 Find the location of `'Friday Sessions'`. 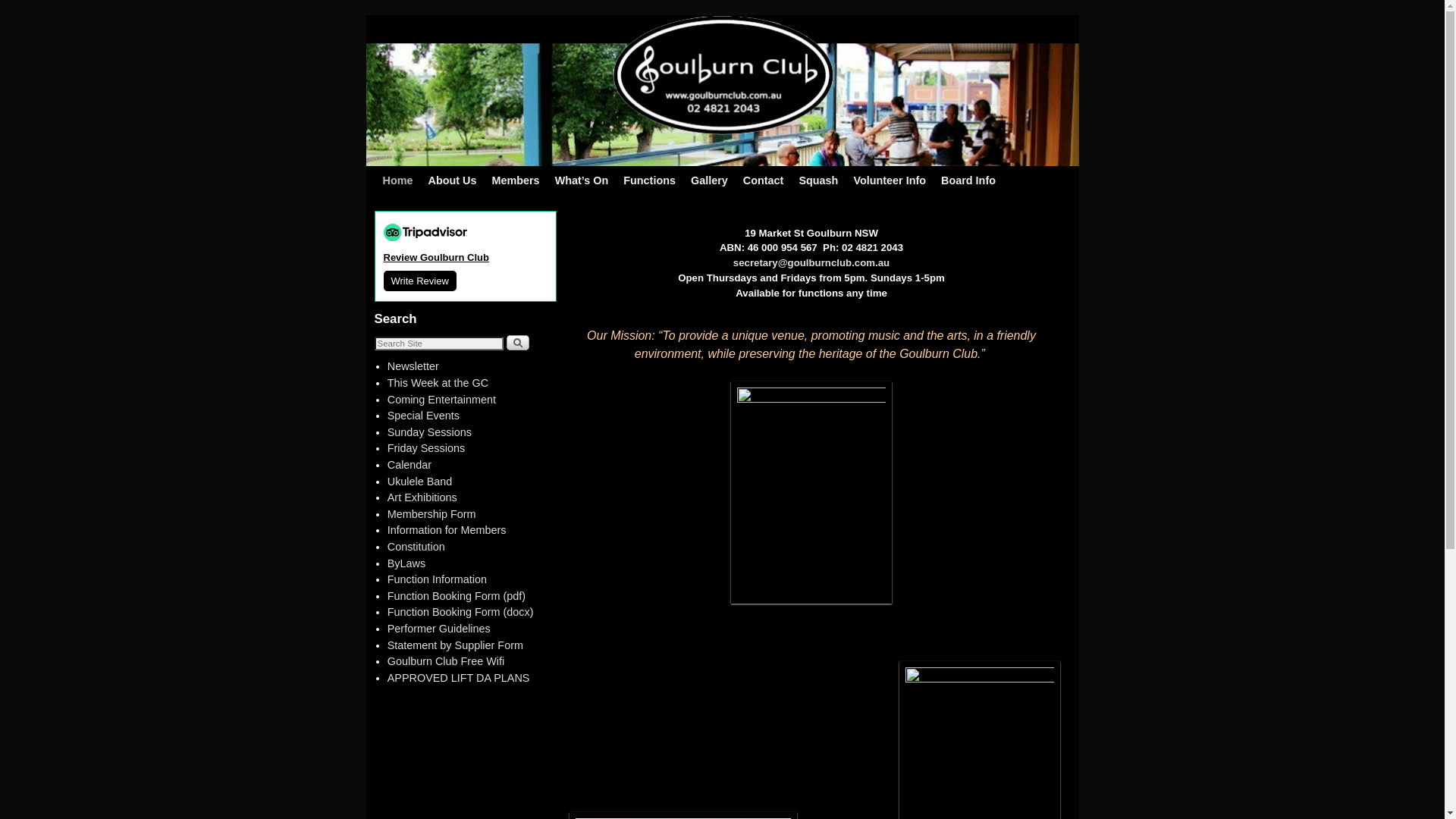

'Friday Sessions' is located at coordinates (425, 447).